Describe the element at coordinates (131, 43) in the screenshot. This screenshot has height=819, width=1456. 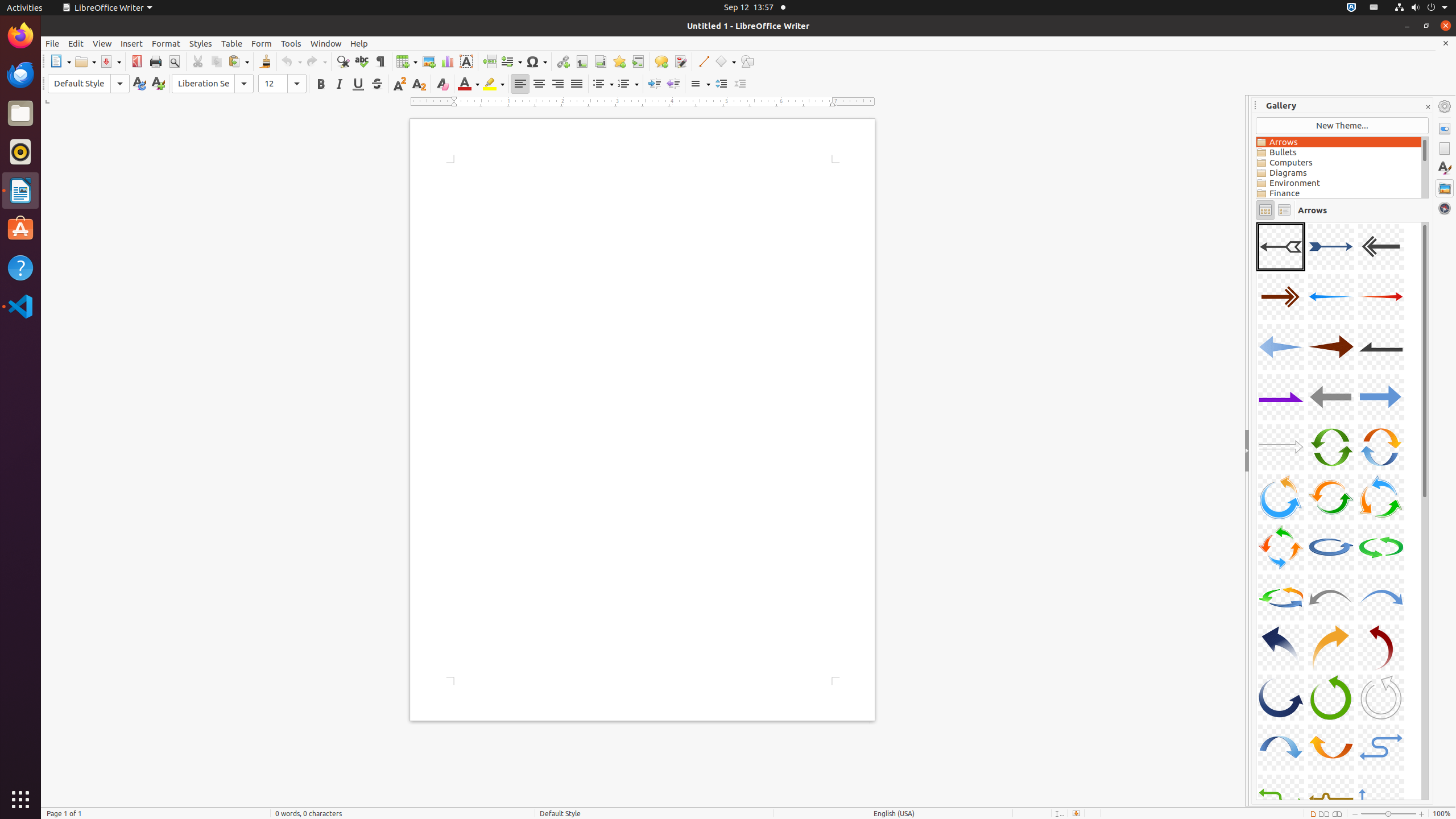
I see `'Insert'` at that location.